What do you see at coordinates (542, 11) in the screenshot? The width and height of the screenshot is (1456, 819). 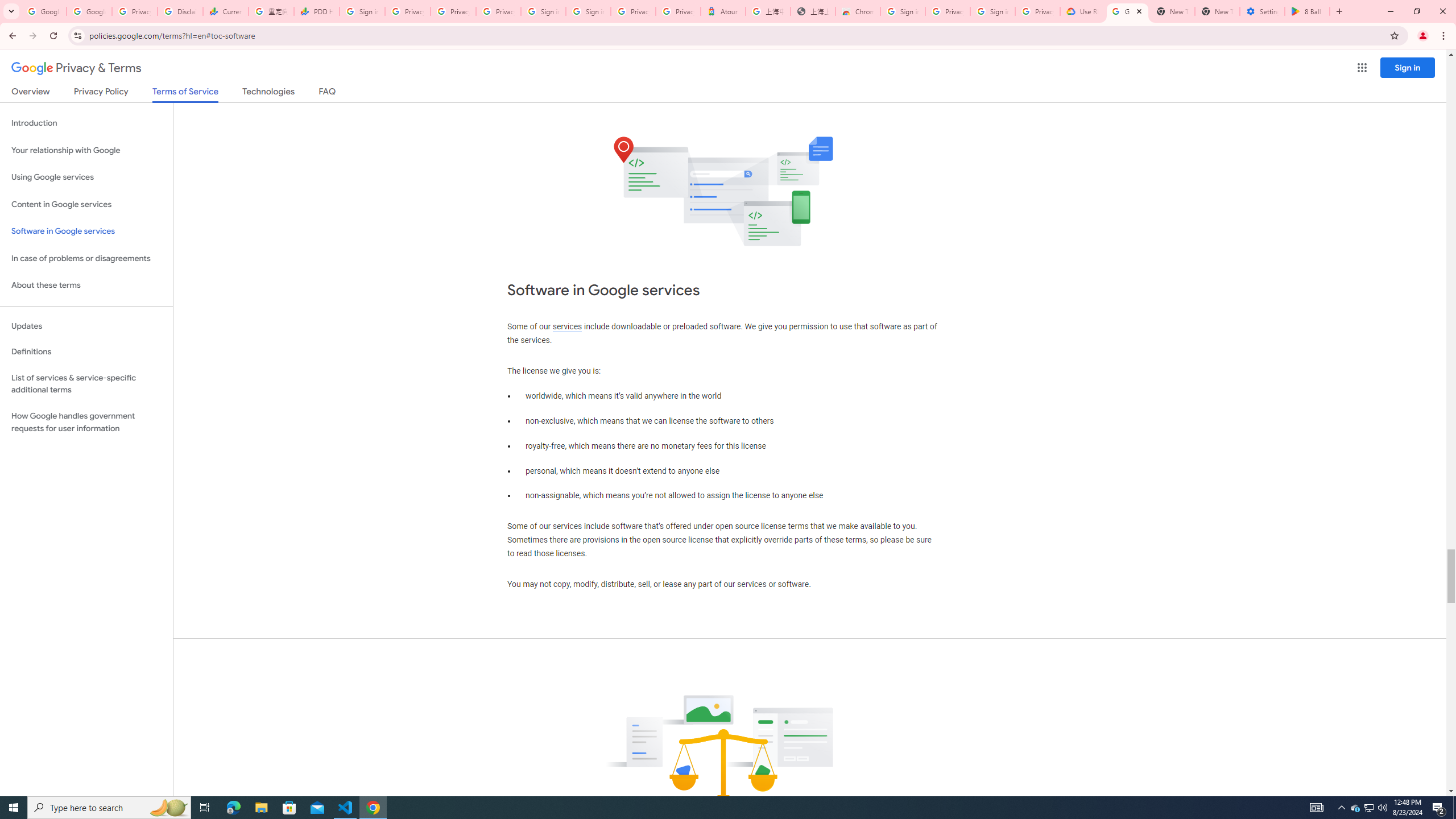 I see `'Sign in - Google Accounts'` at bounding box center [542, 11].